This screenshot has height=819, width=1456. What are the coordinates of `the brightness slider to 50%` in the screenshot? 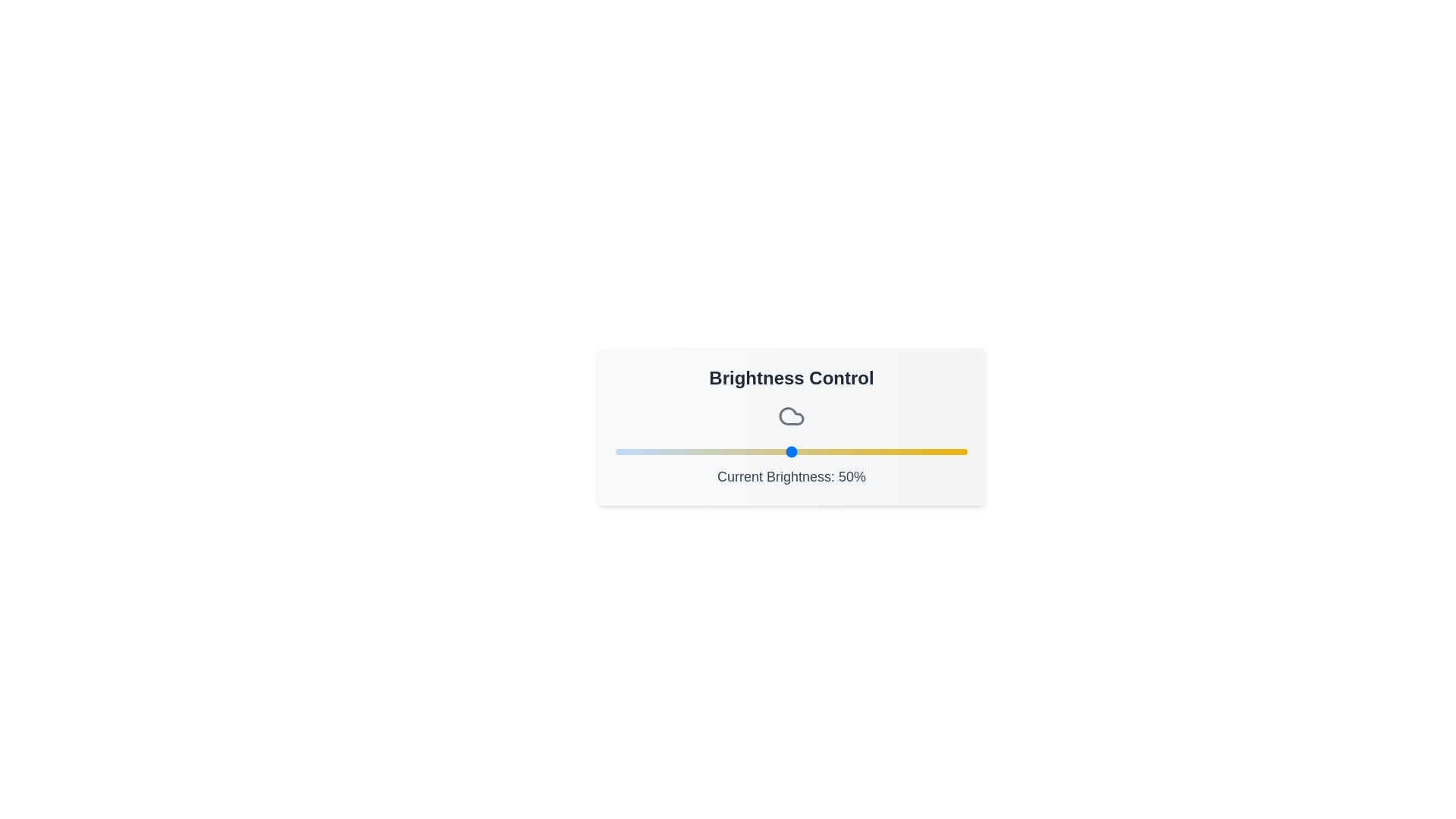 It's located at (790, 451).